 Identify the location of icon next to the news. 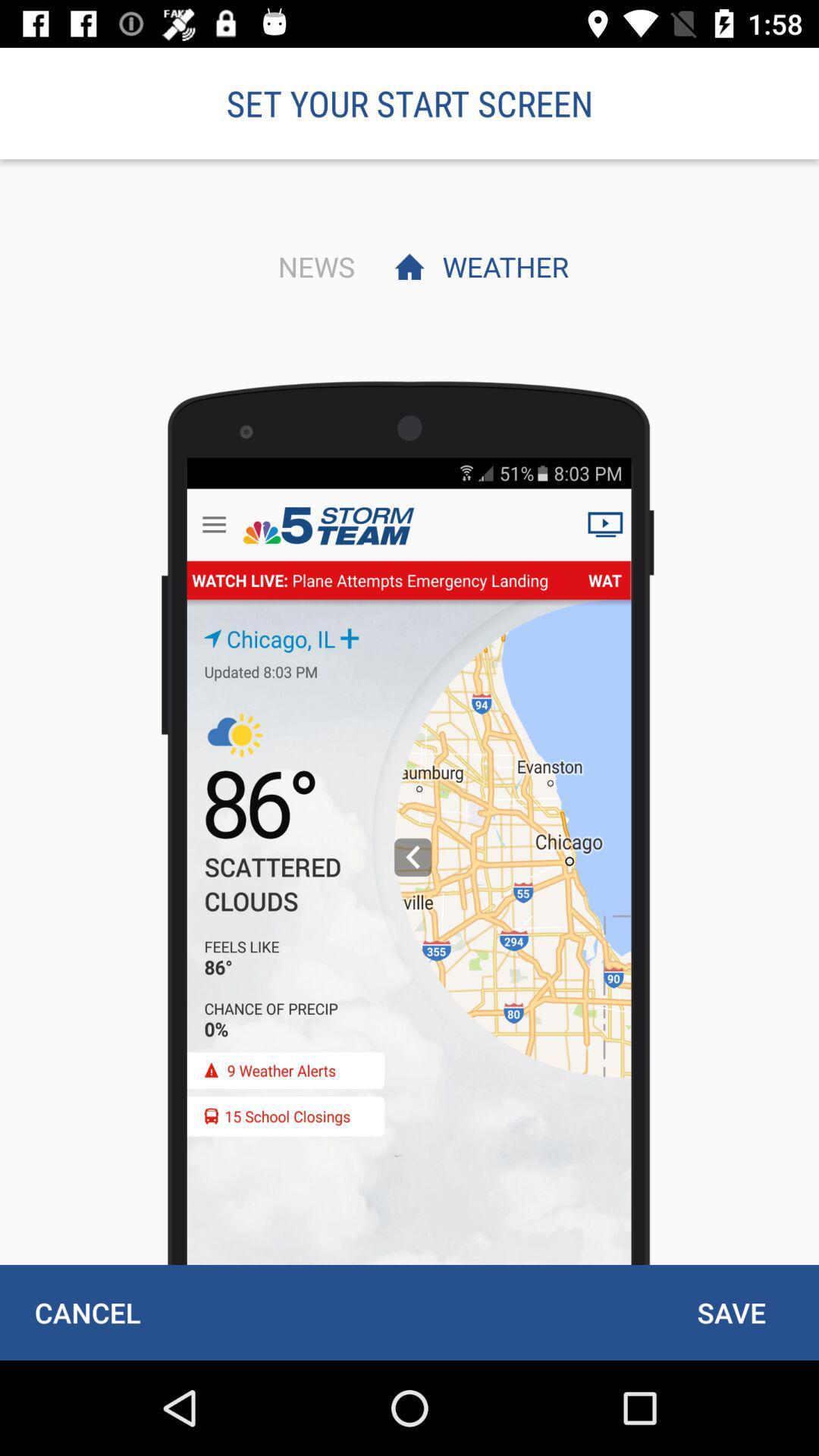
(501, 266).